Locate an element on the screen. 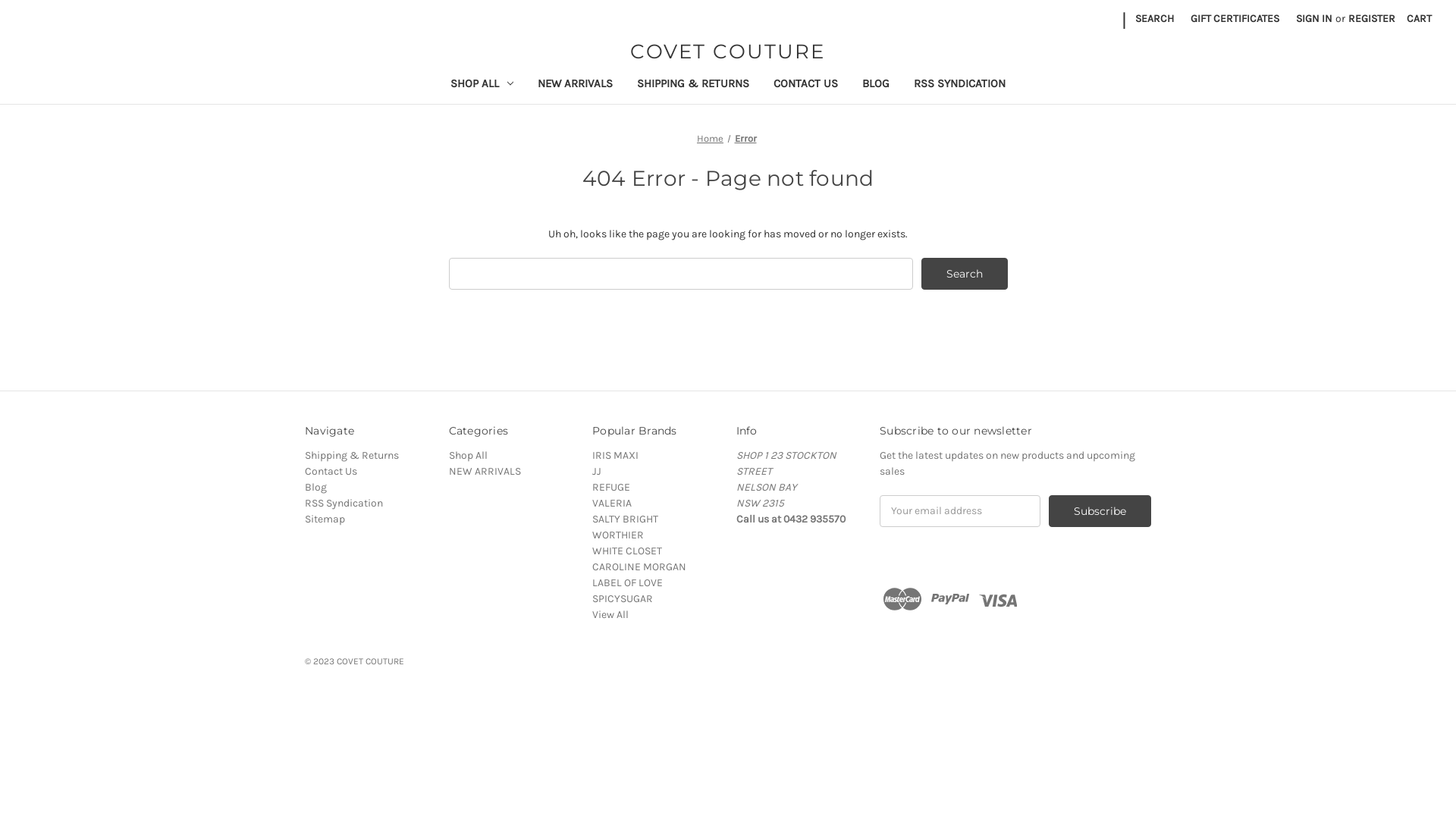 This screenshot has height=819, width=1456. 'REGISTER' is located at coordinates (1372, 18).